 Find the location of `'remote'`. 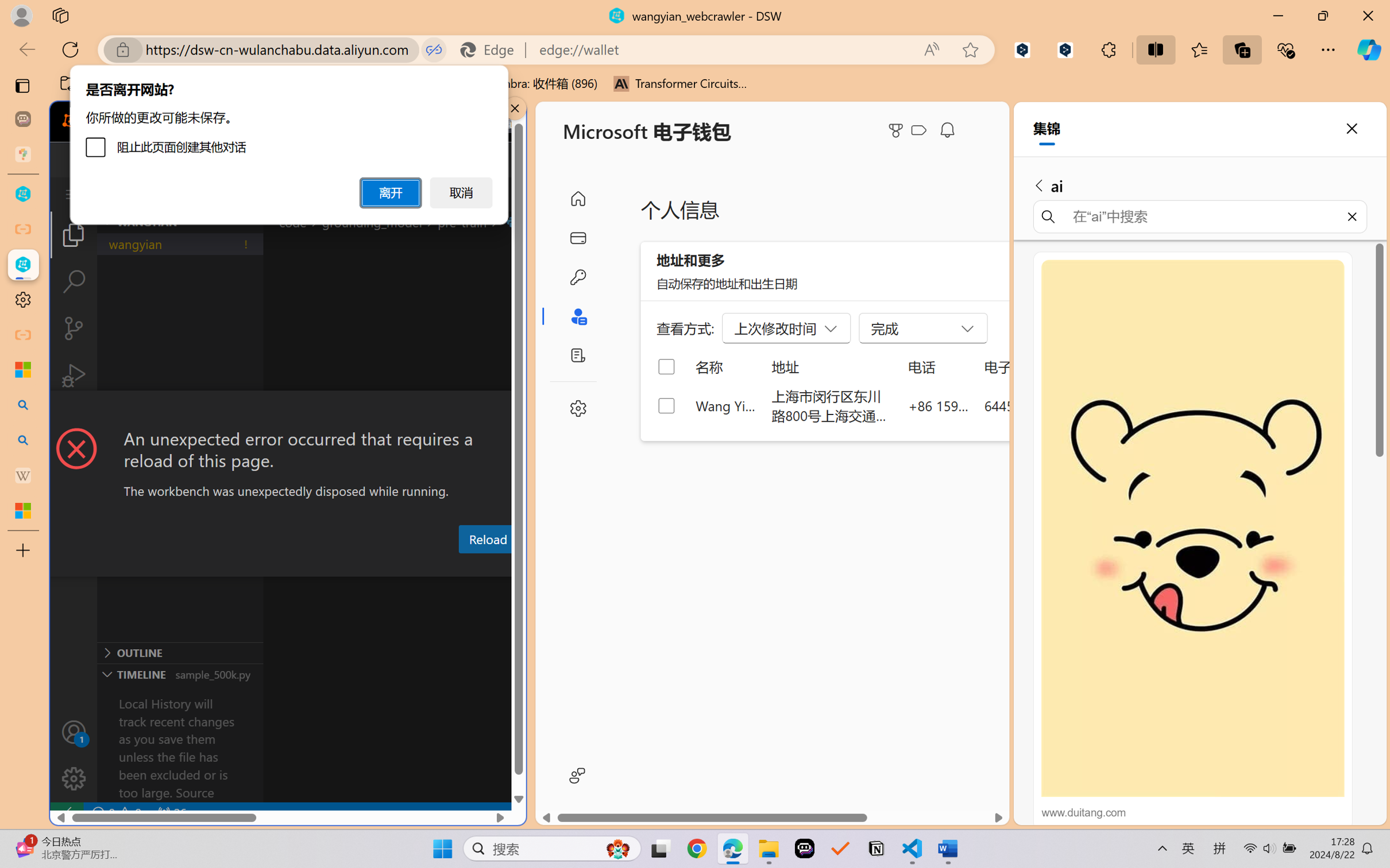

'remote' is located at coordinates (65, 812).